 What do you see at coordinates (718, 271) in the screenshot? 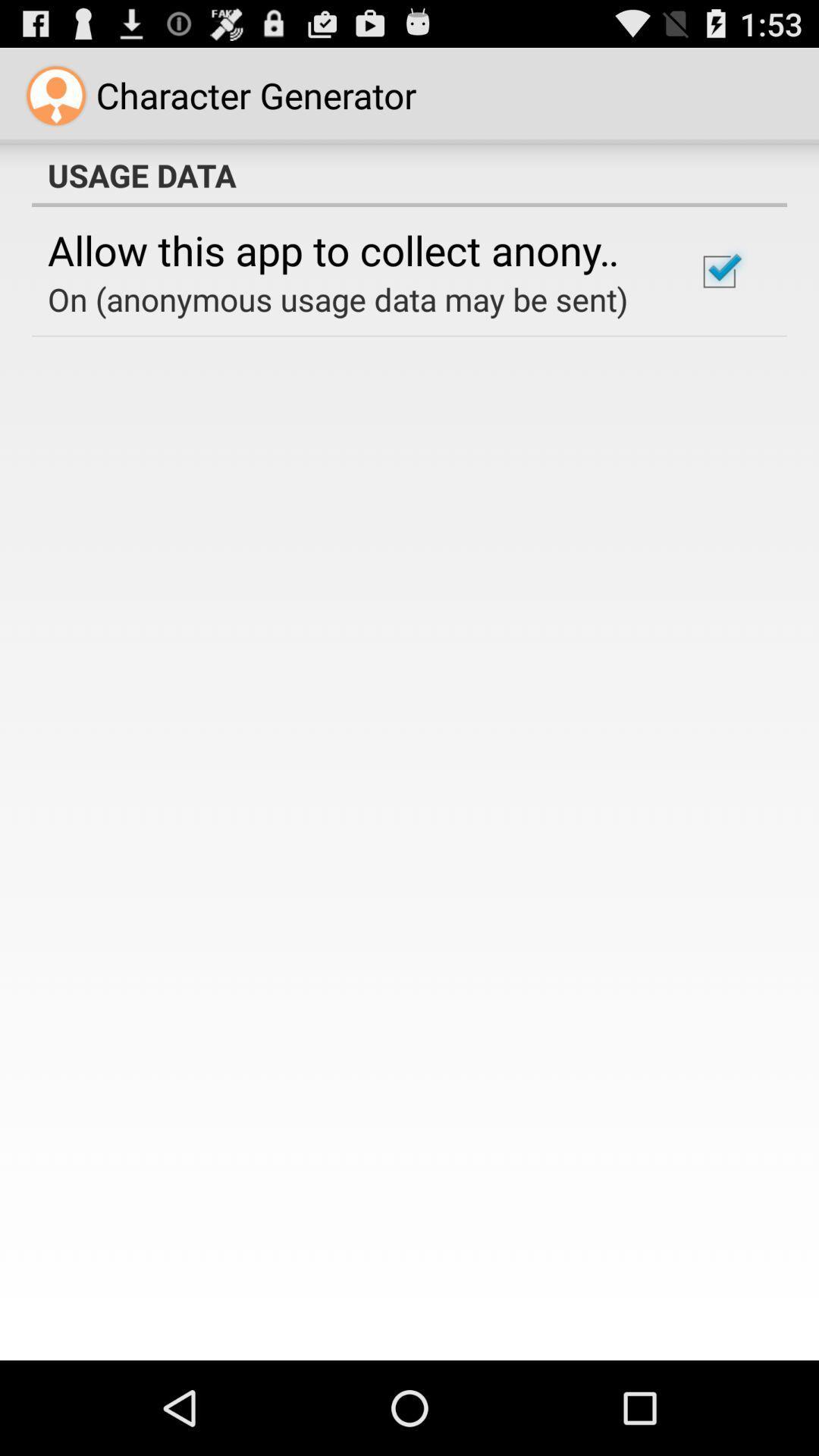
I see `item next to the allow this app icon` at bounding box center [718, 271].